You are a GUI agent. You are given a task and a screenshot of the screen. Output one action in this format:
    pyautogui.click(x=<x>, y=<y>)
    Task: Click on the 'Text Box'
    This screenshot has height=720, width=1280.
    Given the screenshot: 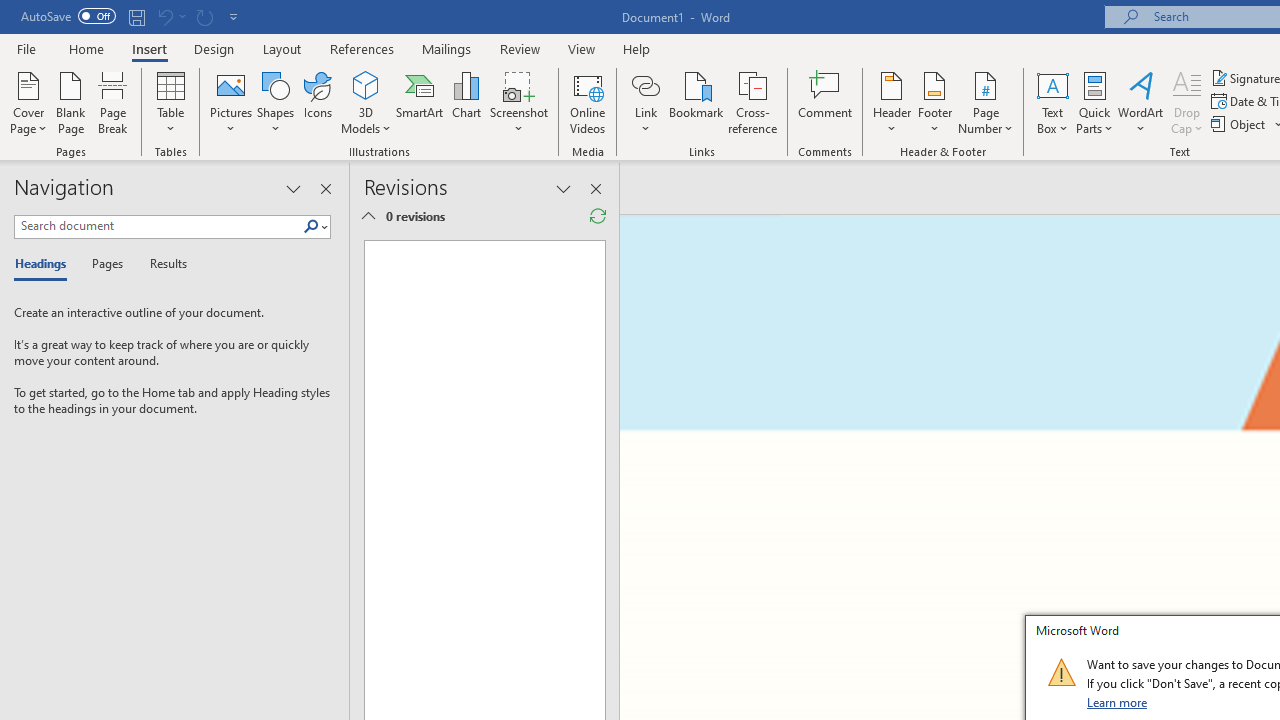 What is the action you would take?
    pyautogui.click(x=1051, y=103)
    